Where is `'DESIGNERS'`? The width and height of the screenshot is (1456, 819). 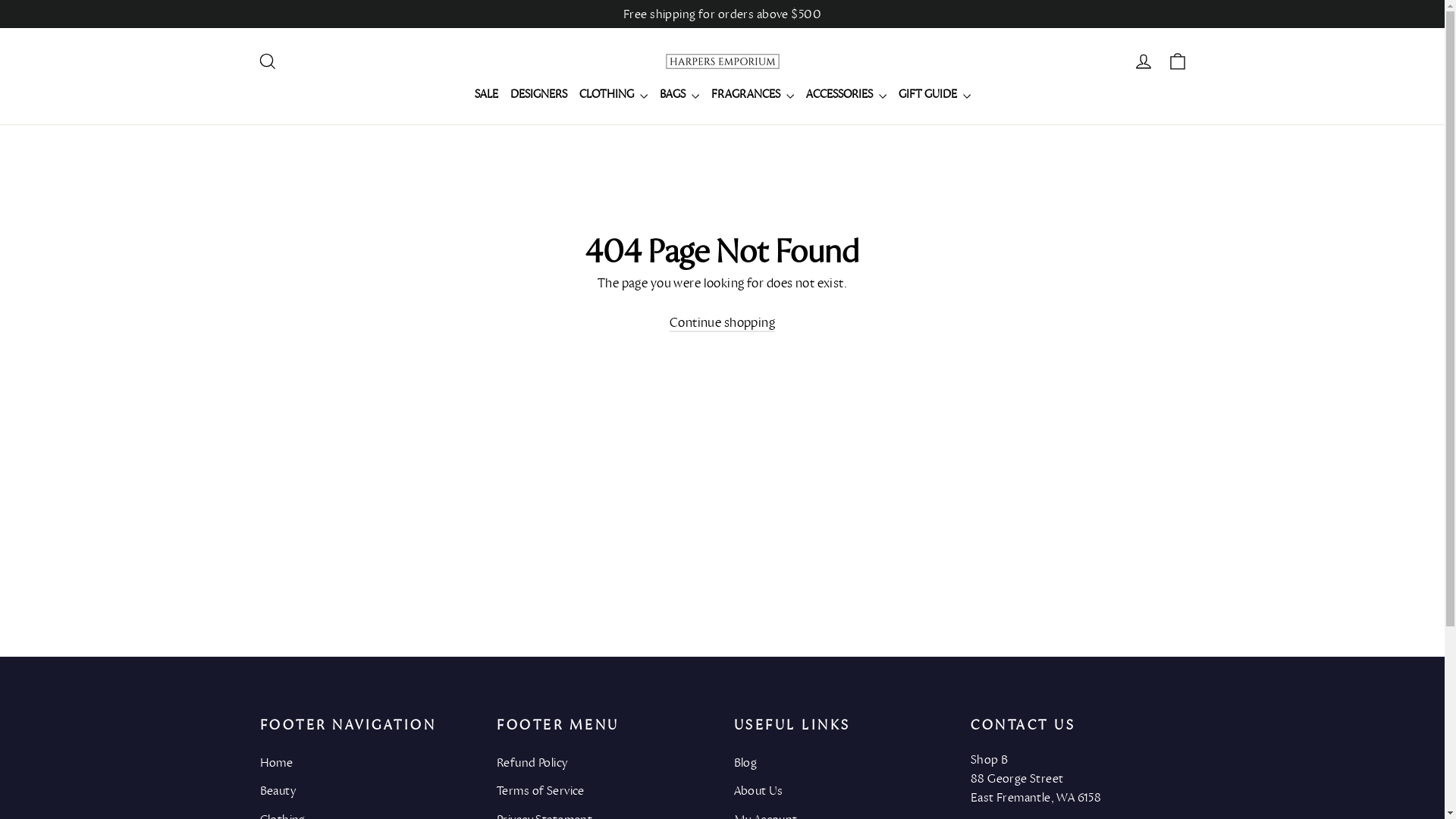
'DESIGNERS' is located at coordinates (538, 94).